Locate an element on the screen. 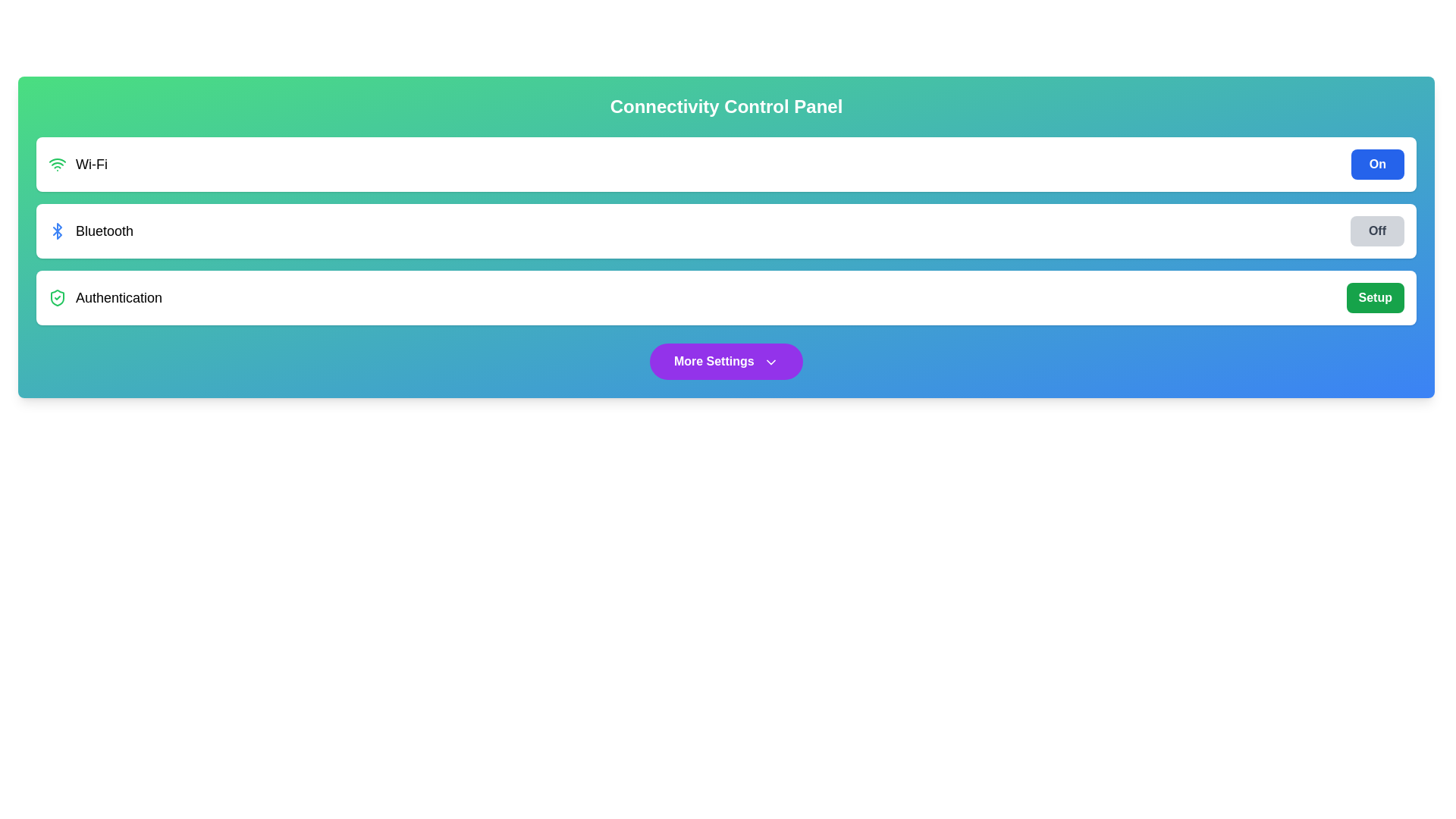 Image resolution: width=1456 pixels, height=819 pixels. the label with an icon that describes authentication settings for accessibility navigation is located at coordinates (105, 298).